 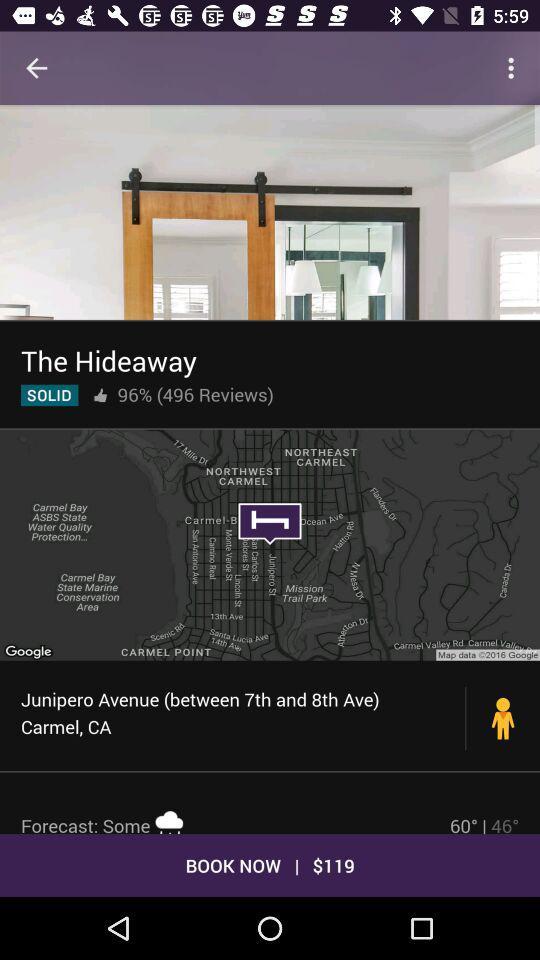 I want to click on item above junipero avenue between icon, so click(x=270, y=545).